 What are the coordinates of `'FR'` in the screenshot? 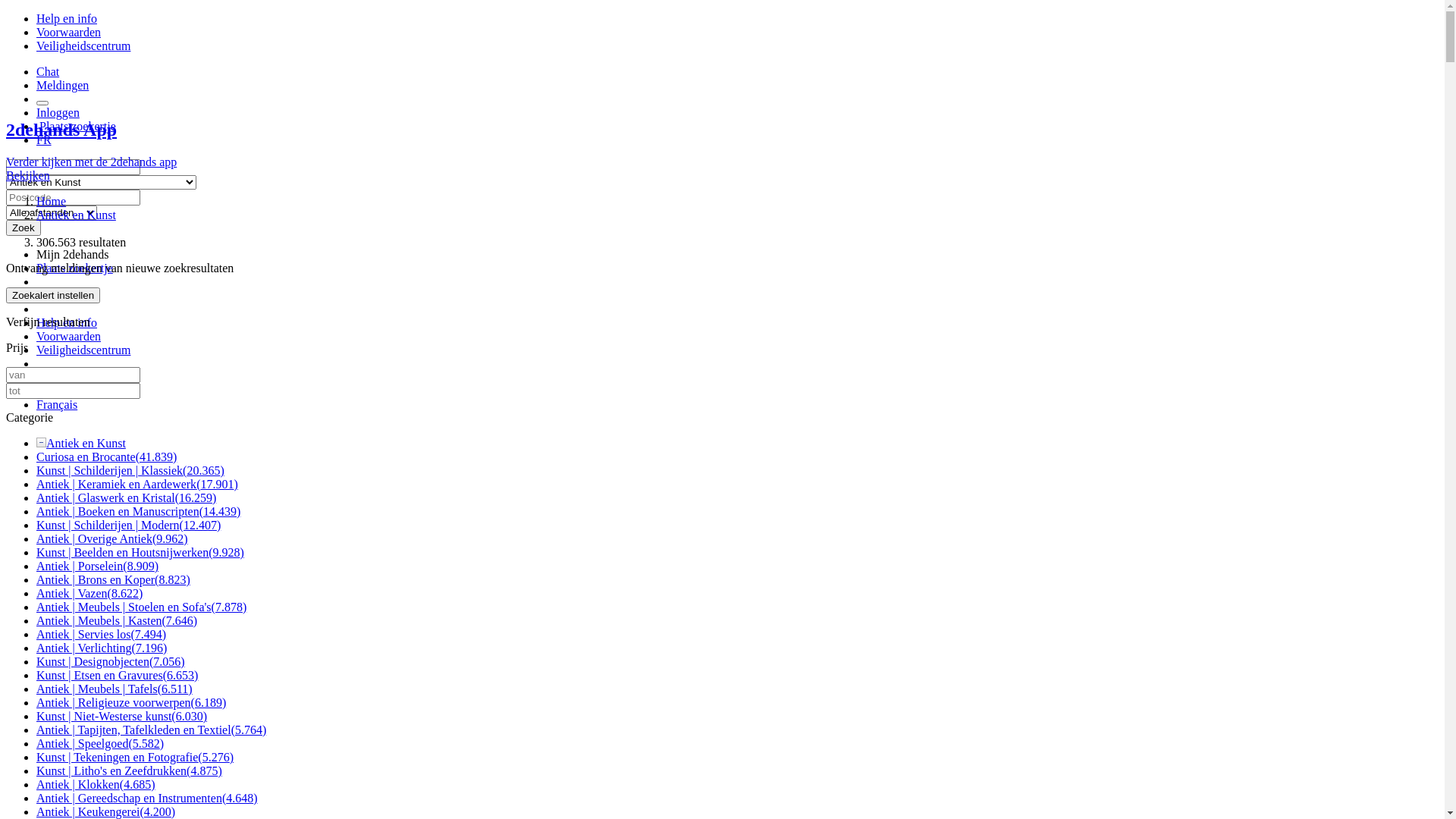 It's located at (43, 140).